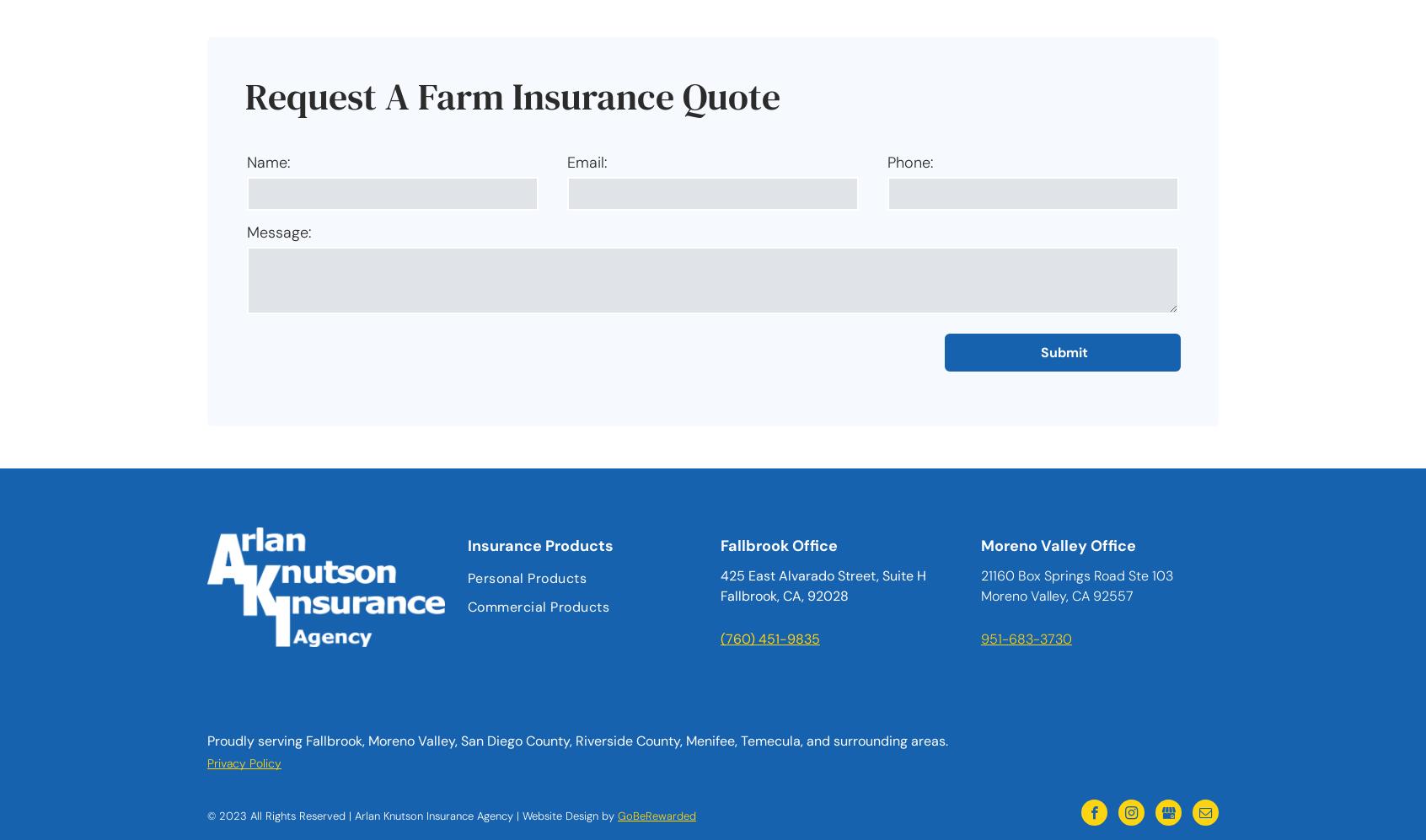 The image size is (1426, 840). What do you see at coordinates (657, 815) in the screenshot?
I see `'GoBeRewarded'` at bounding box center [657, 815].